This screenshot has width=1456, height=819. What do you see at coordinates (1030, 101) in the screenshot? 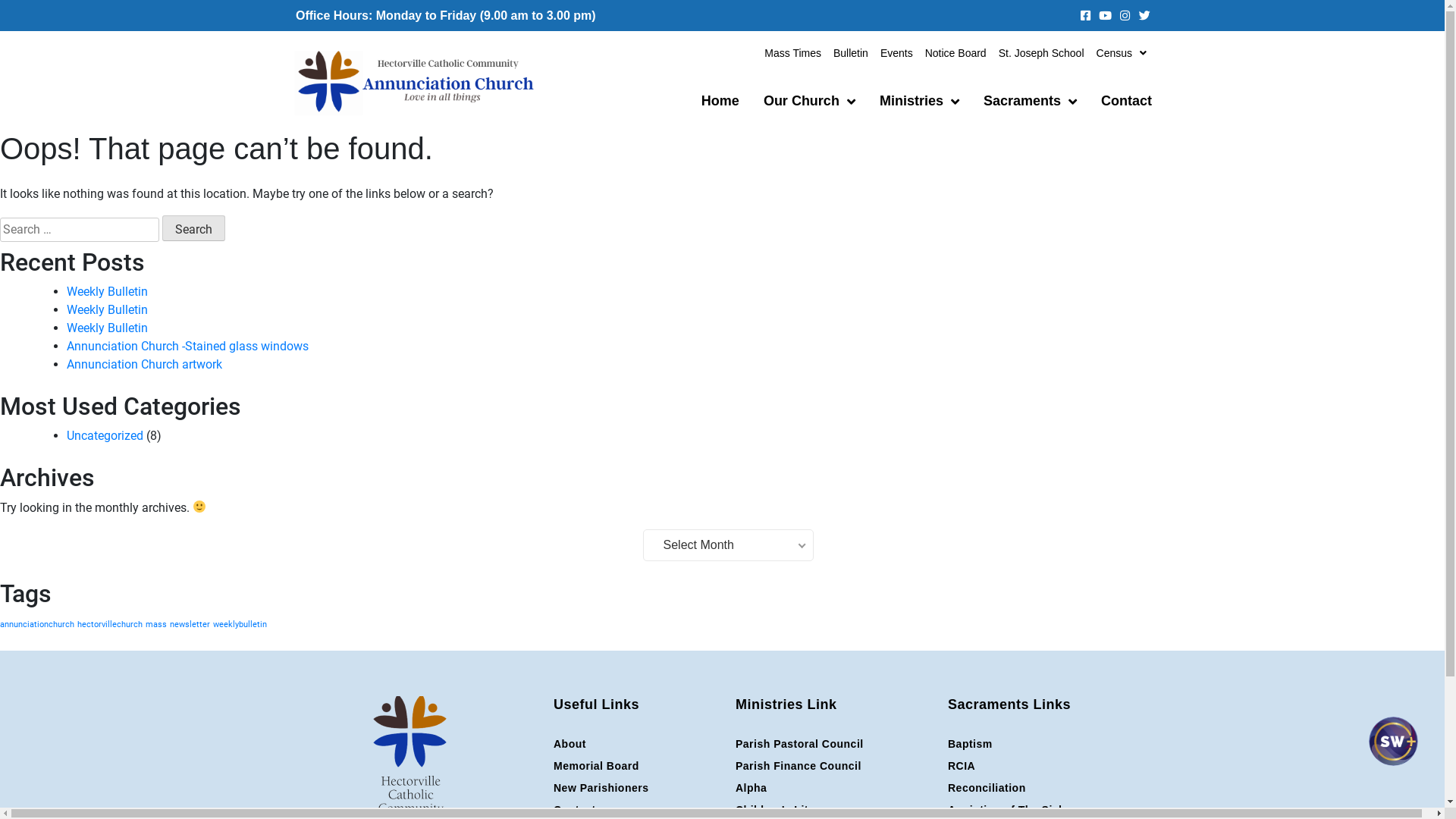
I see `'Sacraments'` at bounding box center [1030, 101].